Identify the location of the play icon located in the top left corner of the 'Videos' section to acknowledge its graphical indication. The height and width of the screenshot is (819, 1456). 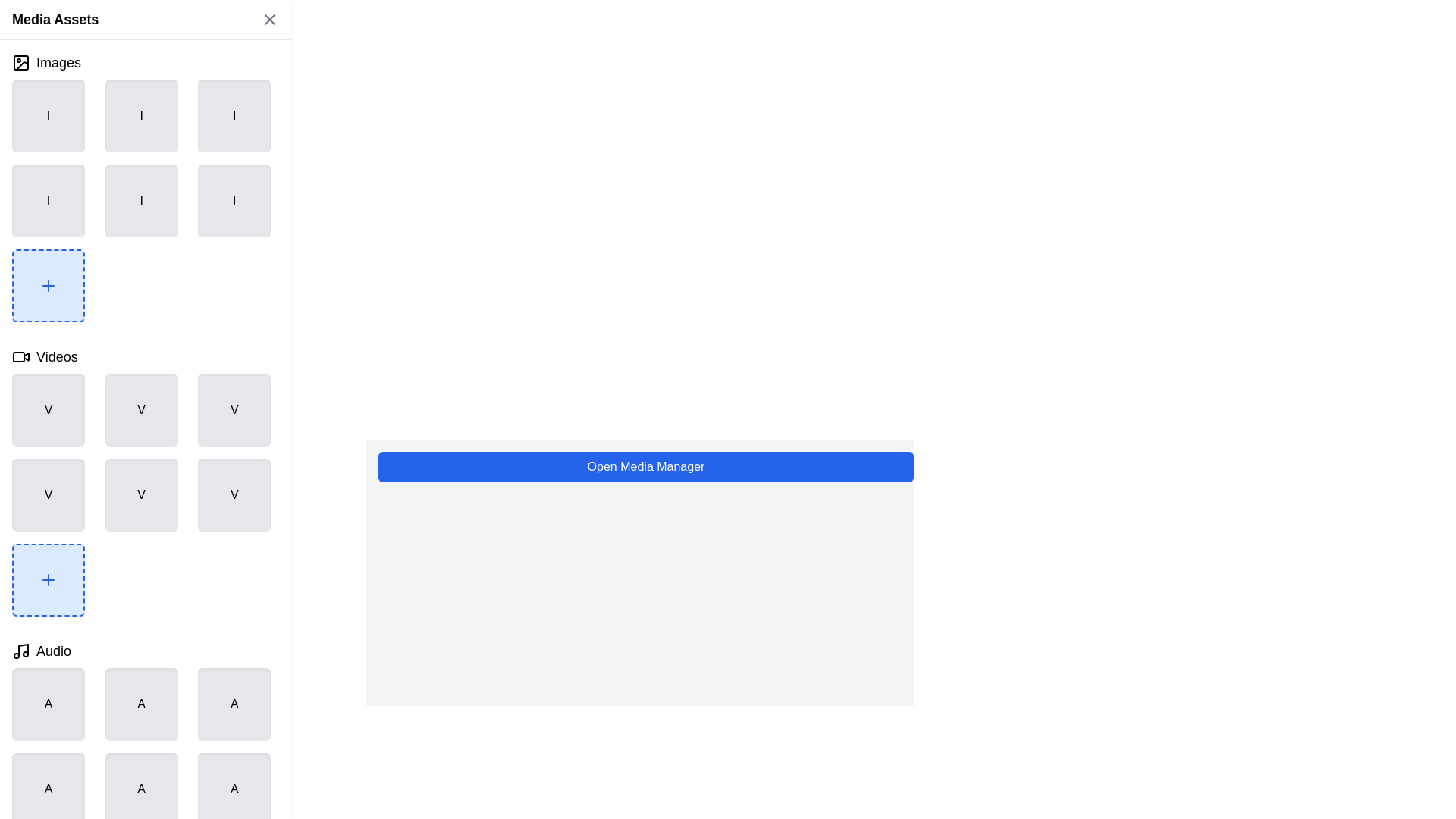
(26, 356).